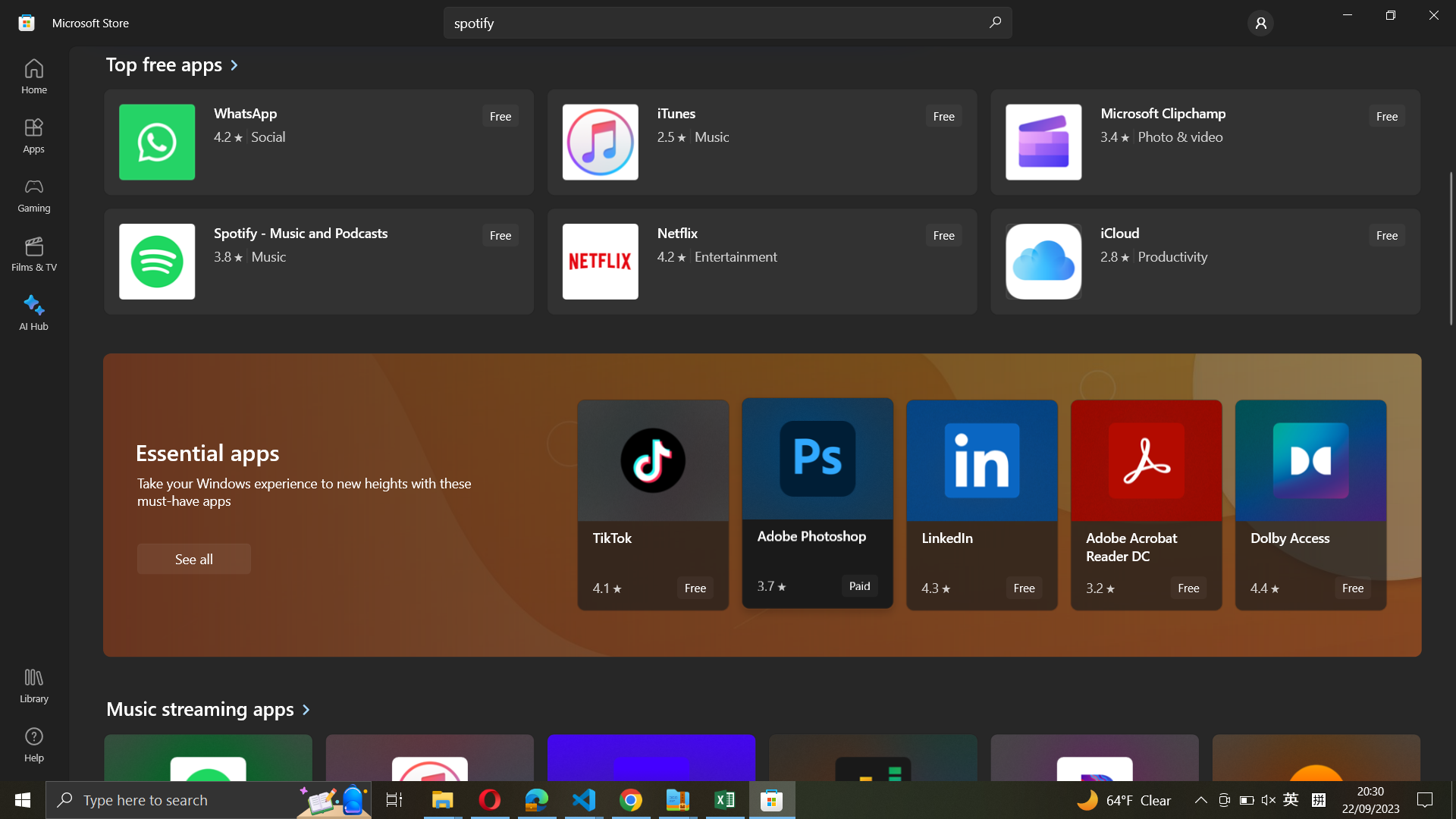 The width and height of the screenshot is (1456, 819). What do you see at coordinates (1569568, 544635) in the screenshot?
I see `Photoshop` at bounding box center [1569568, 544635].